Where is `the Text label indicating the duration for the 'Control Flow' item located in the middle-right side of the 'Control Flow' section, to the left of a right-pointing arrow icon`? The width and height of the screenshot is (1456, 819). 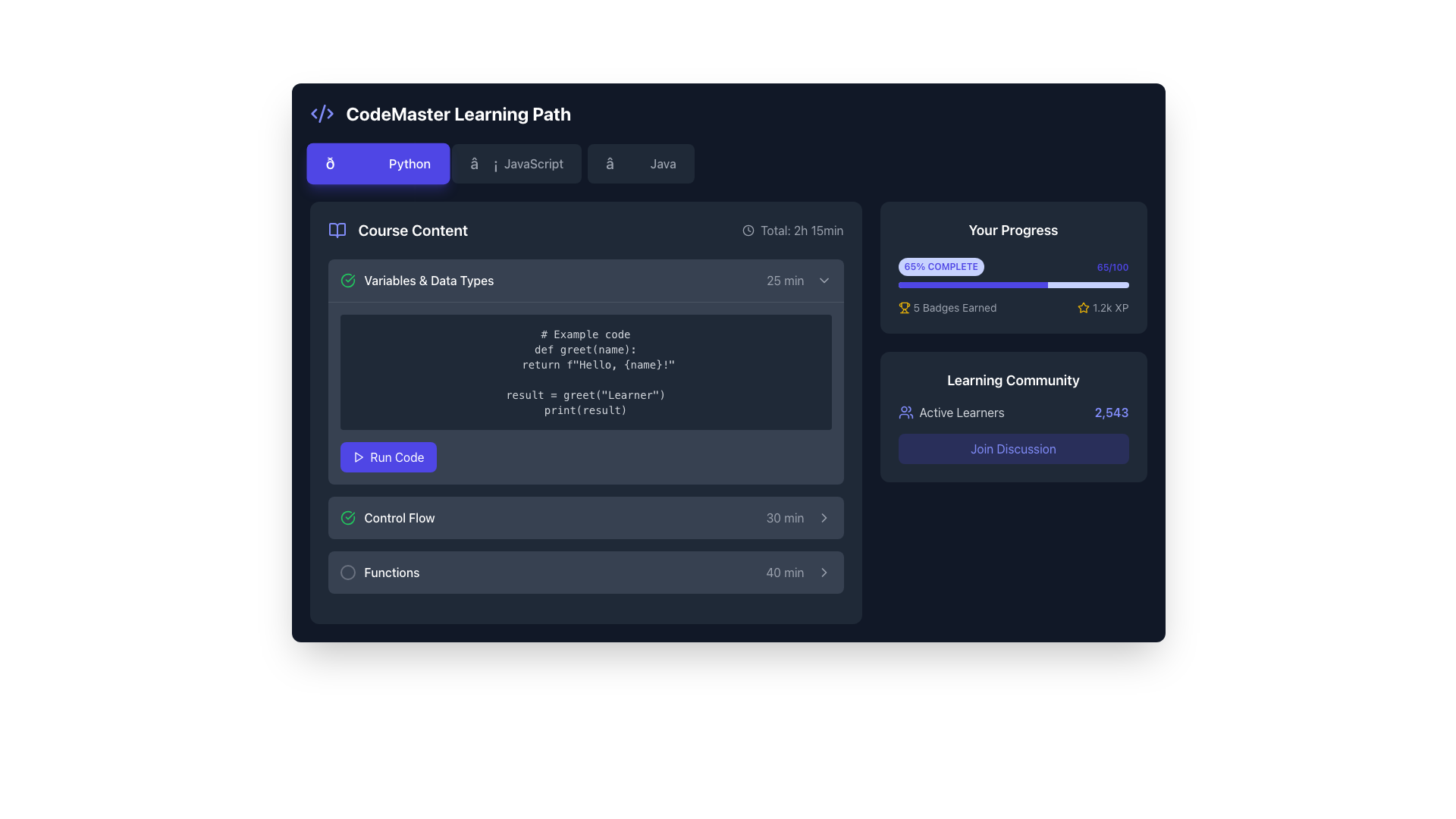
the Text label indicating the duration for the 'Control Flow' item located in the middle-right side of the 'Control Flow' section, to the left of a right-pointing arrow icon is located at coordinates (785, 516).